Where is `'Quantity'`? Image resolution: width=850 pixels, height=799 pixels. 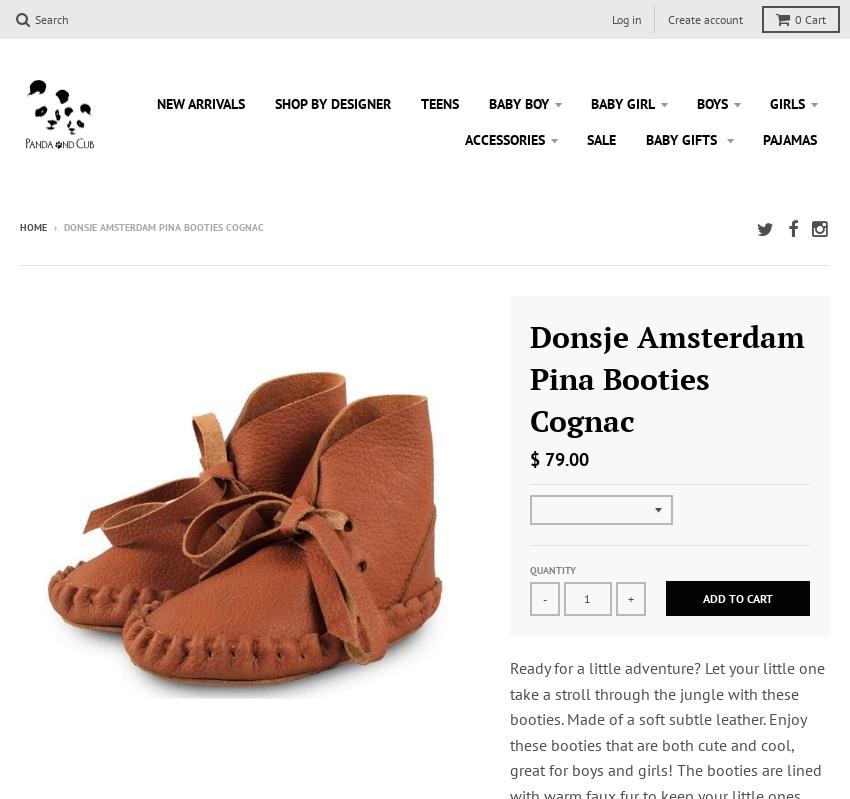 'Quantity' is located at coordinates (550, 570).